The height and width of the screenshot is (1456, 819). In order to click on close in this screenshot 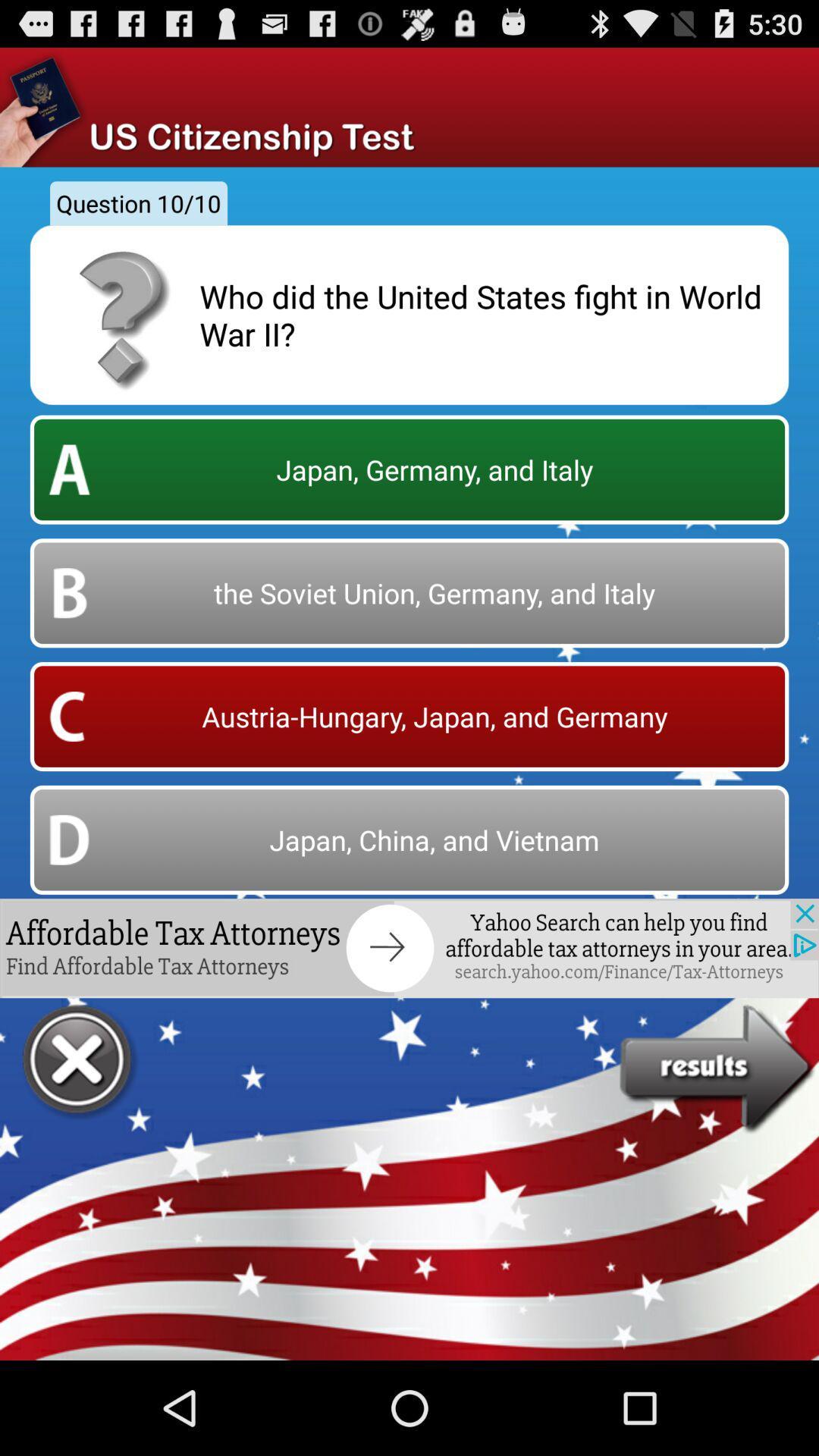, I will do `click(79, 1061)`.